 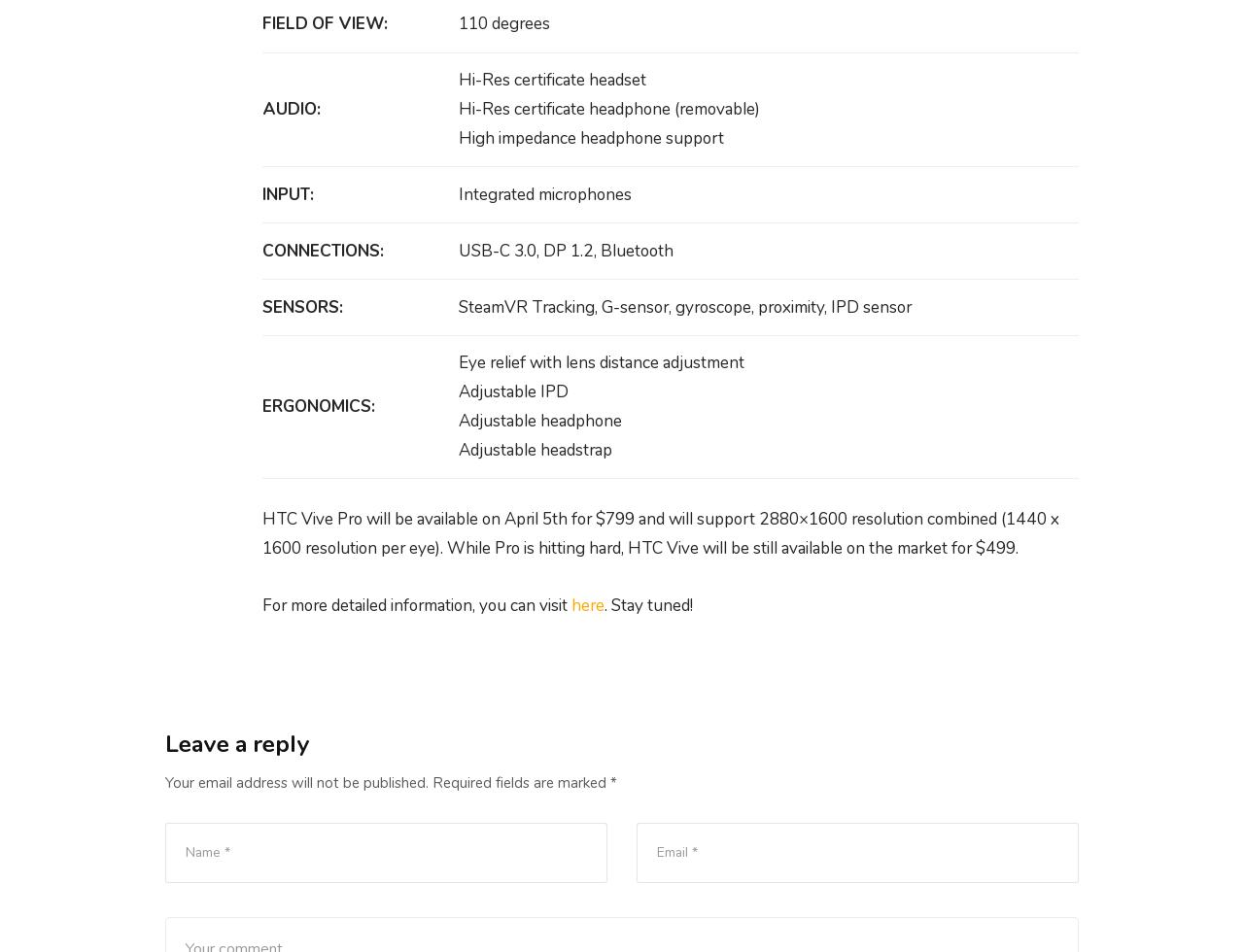 What do you see at coordinates (684, 306) in the screenshot?
I see `'SteamVR Tracking, G-sensor, gyroscope, proximity, IPD sensor'` at bounding box center [684, 306].